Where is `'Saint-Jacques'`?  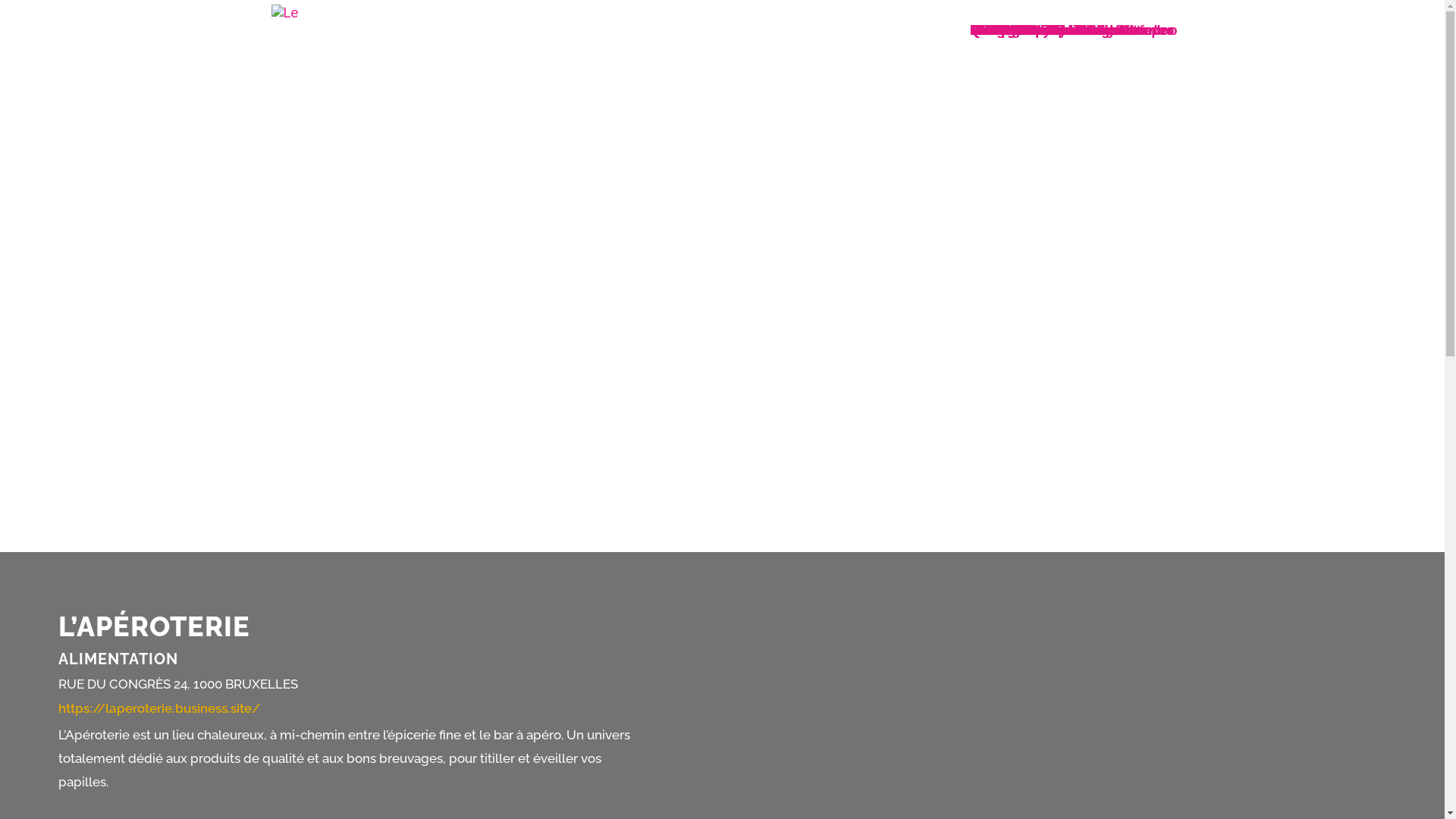
'Saint-Jacques' is located at coordinates (1015, 30).